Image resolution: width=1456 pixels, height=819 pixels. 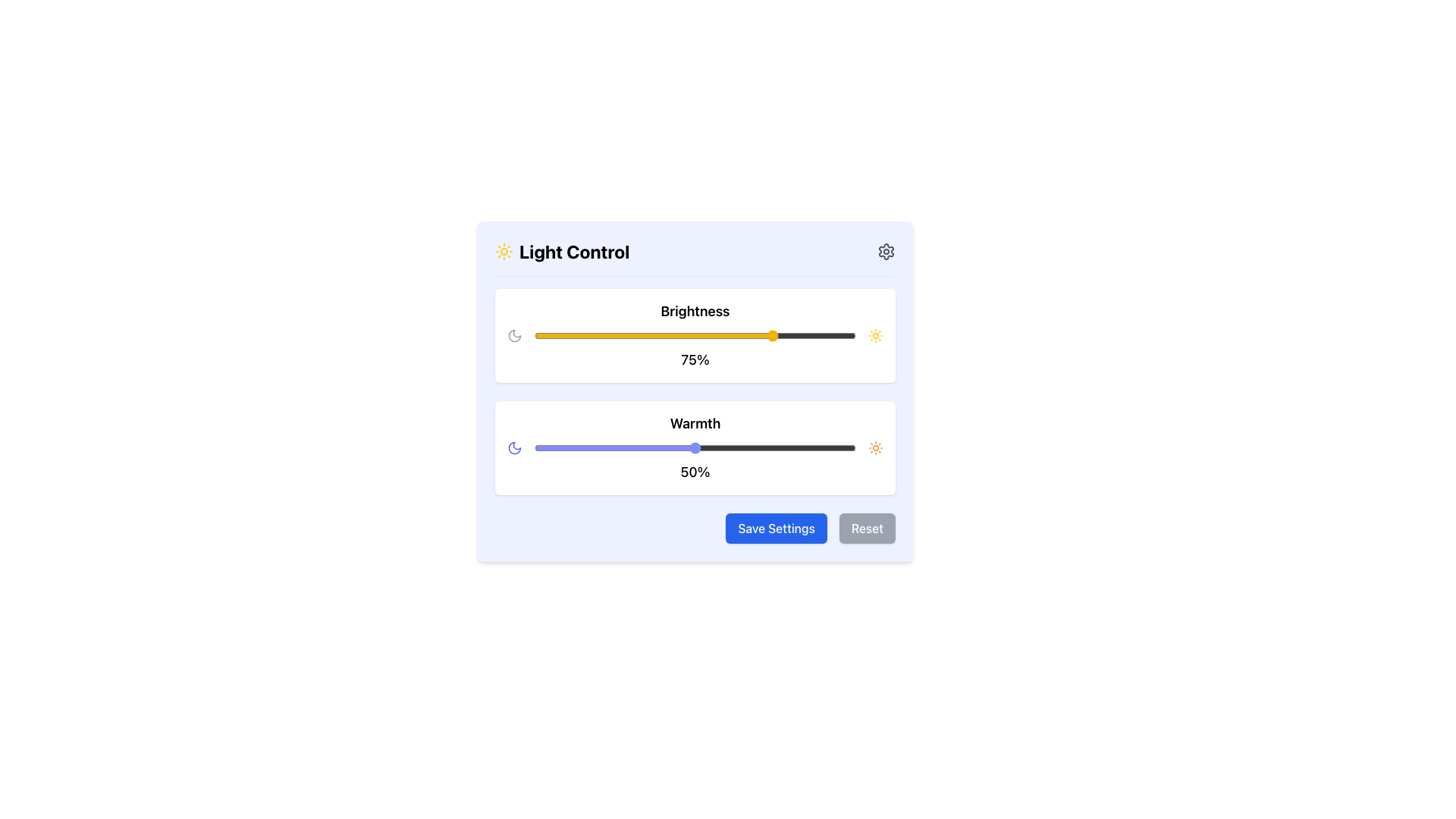 What do you see at coordinates (538, 447) in the screenshot?
I see `the warmth level` at bounding box center [538, 447].